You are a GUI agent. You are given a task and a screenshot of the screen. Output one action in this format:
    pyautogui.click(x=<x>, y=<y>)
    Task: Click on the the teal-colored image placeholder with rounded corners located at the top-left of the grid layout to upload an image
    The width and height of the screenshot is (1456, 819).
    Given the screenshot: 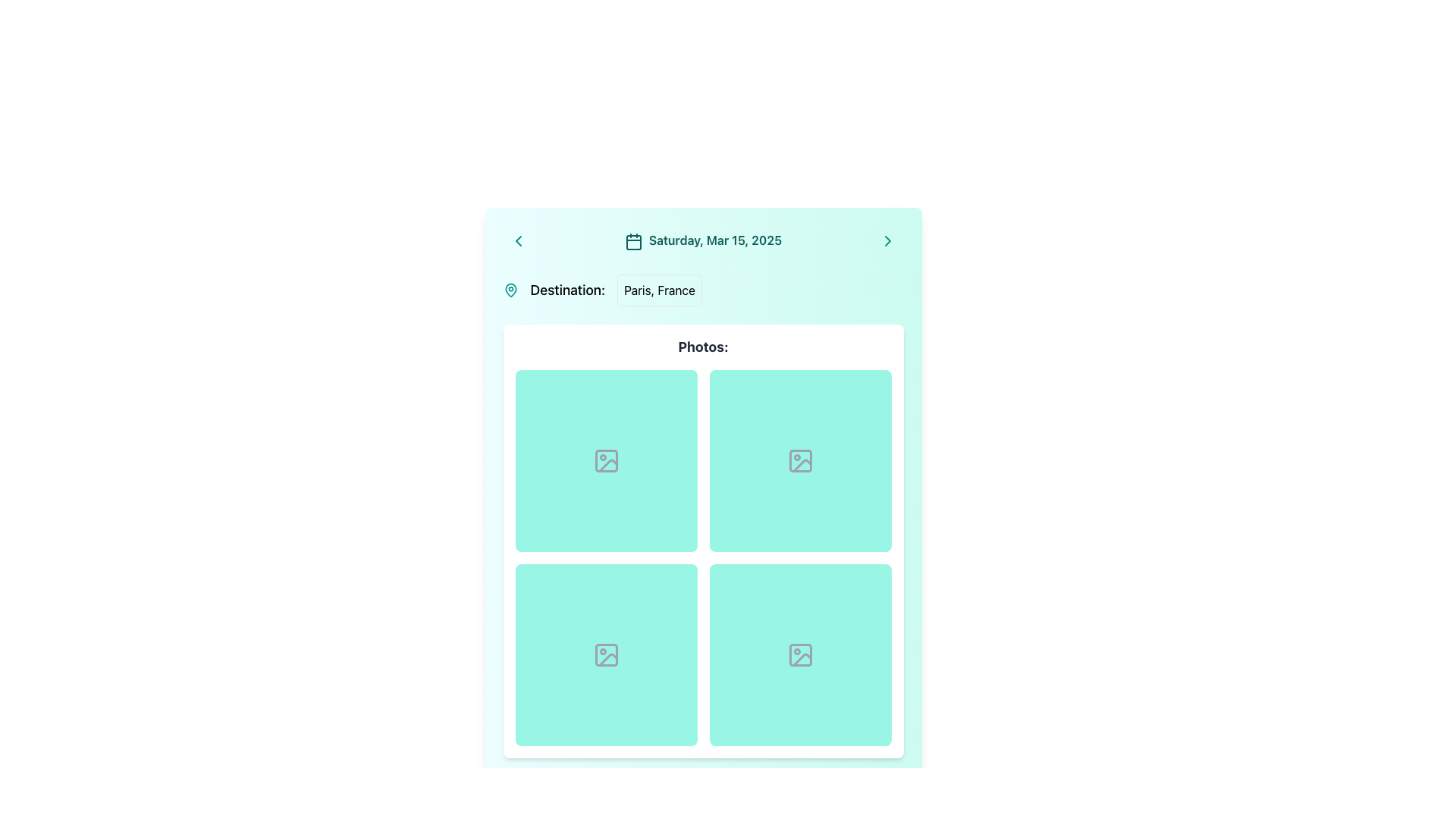 What is the action you would take?
    pyautogui.click(x=605, y=460)
    